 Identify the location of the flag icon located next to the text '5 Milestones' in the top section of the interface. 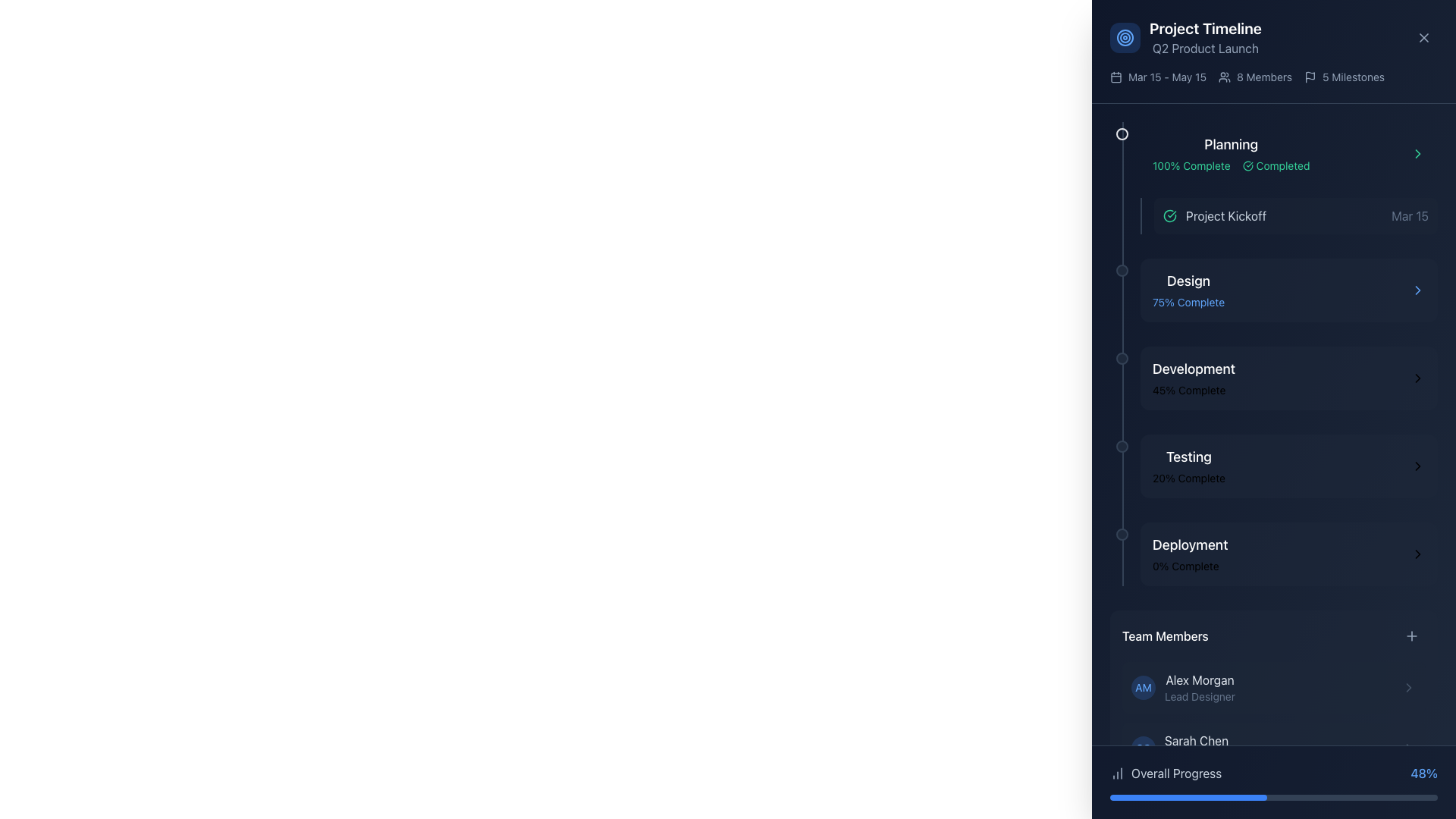
(1310, 77).